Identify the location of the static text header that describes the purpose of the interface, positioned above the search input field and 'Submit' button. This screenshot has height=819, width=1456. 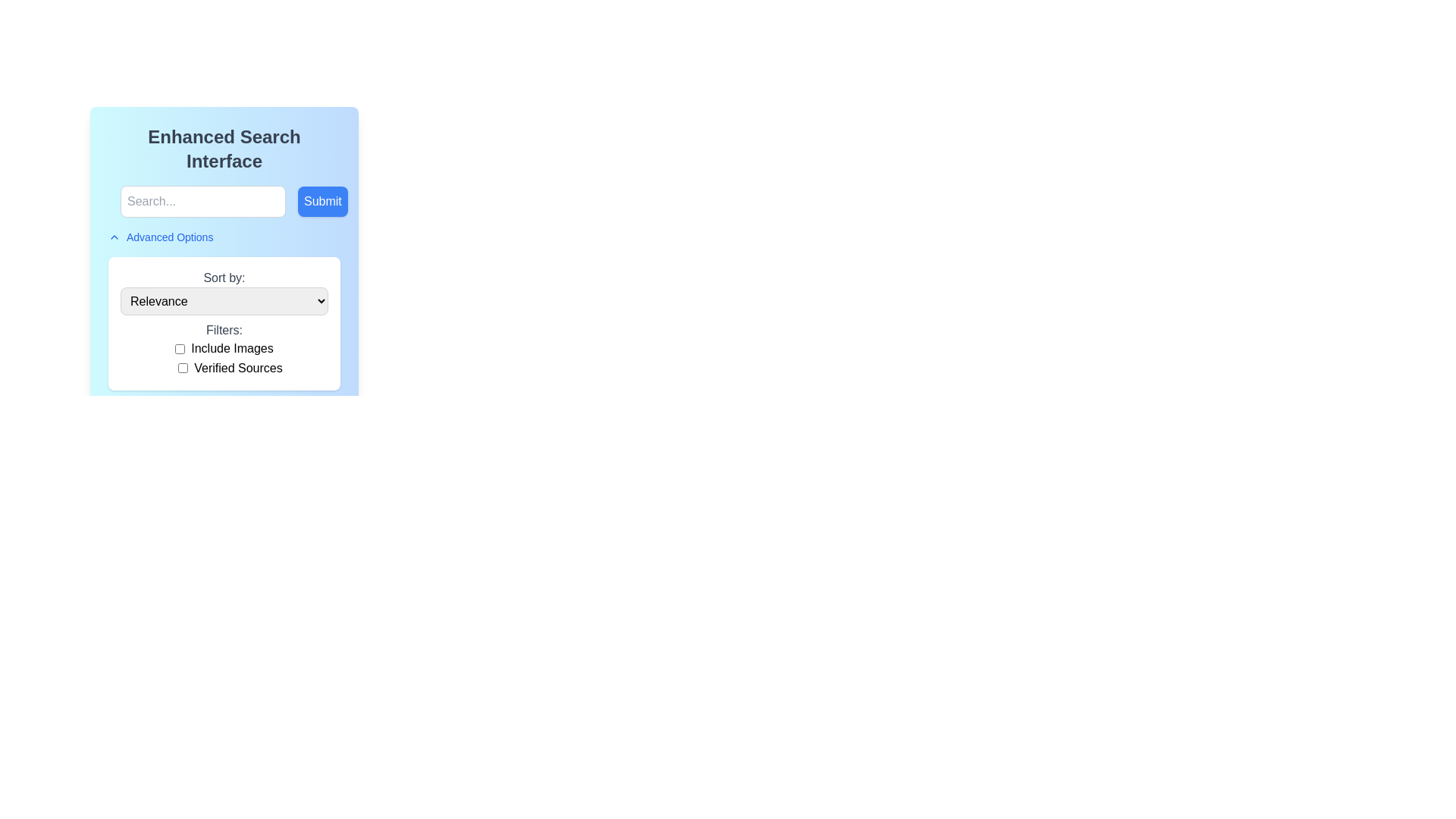
(224, 149).